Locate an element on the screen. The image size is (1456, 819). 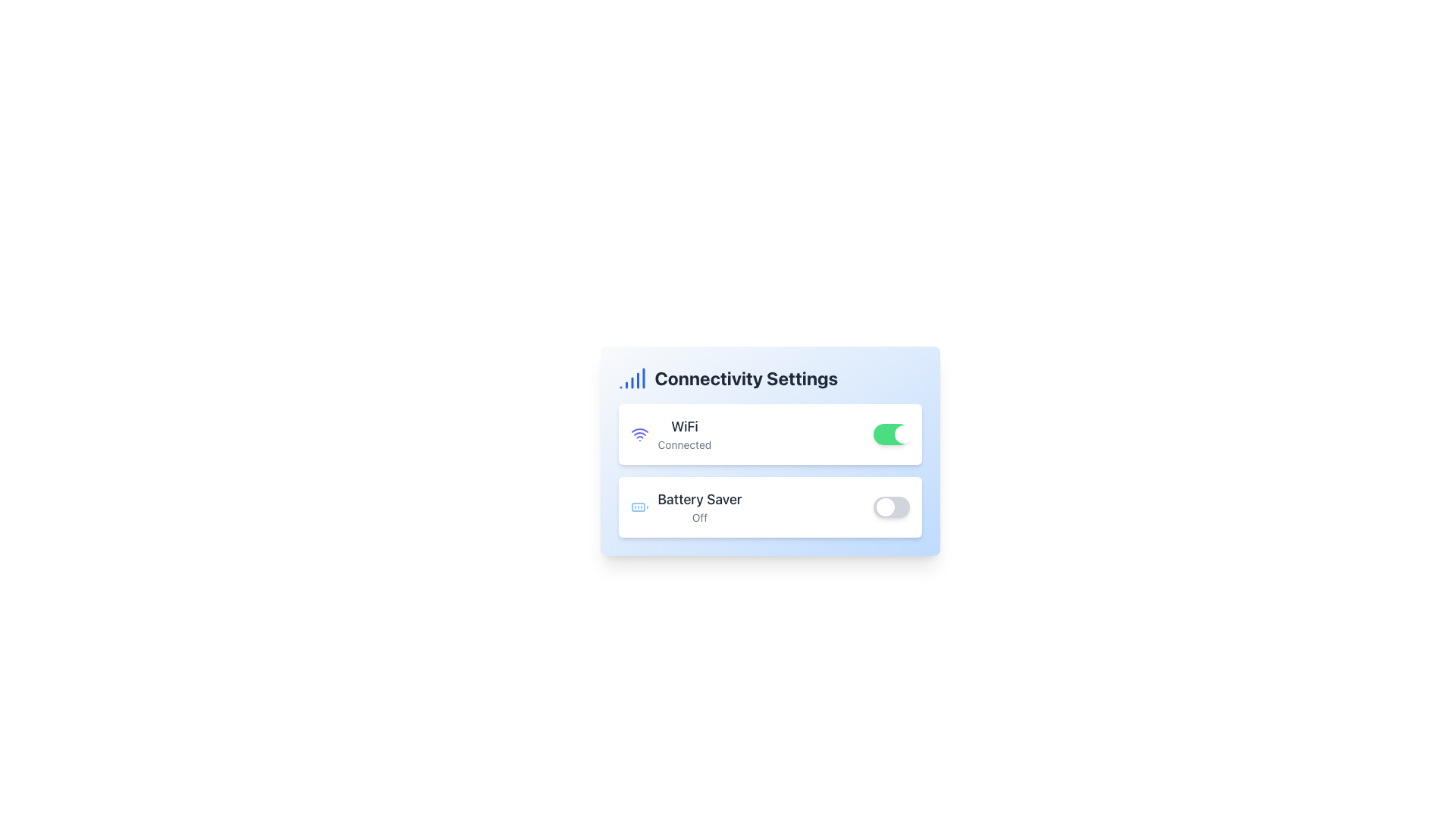
the WiFi connection status icon located to the left of the 'WiFi Connected' text in the 'Connectivity Settings' section is located at coordinates (639, 435).